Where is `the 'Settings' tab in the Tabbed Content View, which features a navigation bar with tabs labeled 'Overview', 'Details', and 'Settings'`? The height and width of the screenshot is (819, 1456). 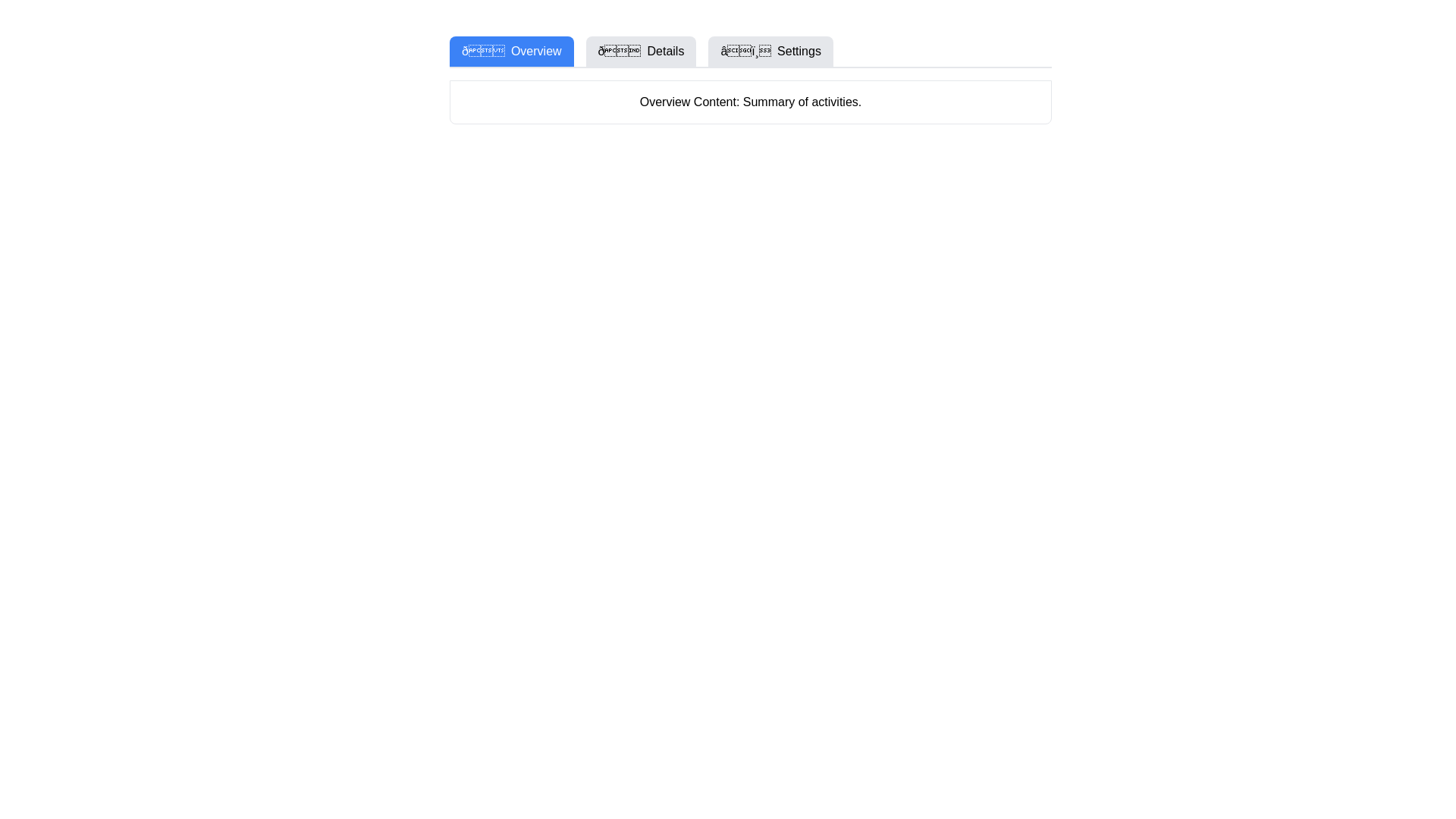
the 'Settings' tab in the Tabbed Content View, which features a navigation bar with tabs labeled 'Overview', 'Details', and 'Settings' is located at coordinates (750, 80).